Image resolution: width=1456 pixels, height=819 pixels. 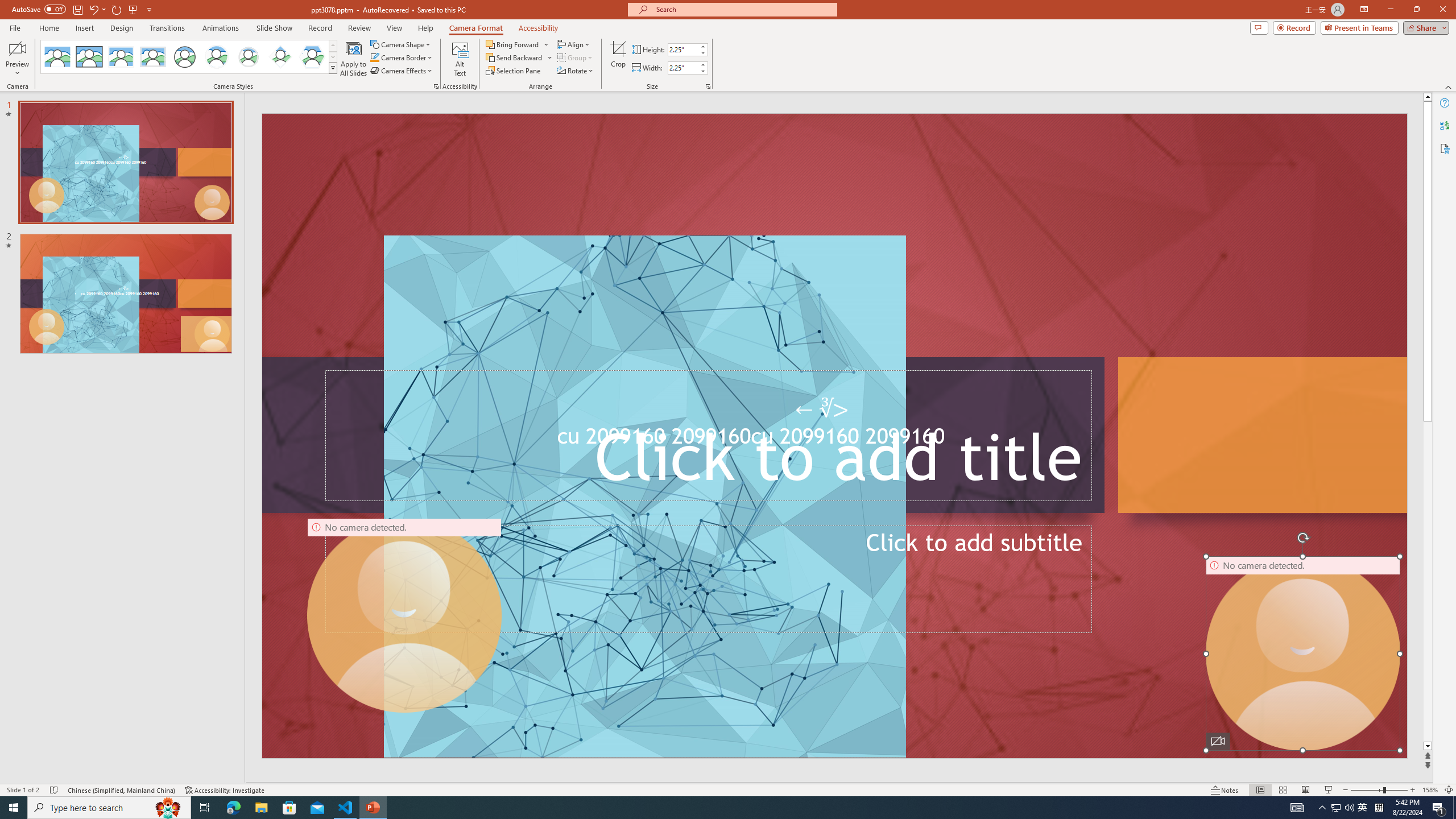 What do you see at coordinates (834, 435) in the screenshot?
I see `'An abstract genetic concept'` at bounding box center [834, 435].